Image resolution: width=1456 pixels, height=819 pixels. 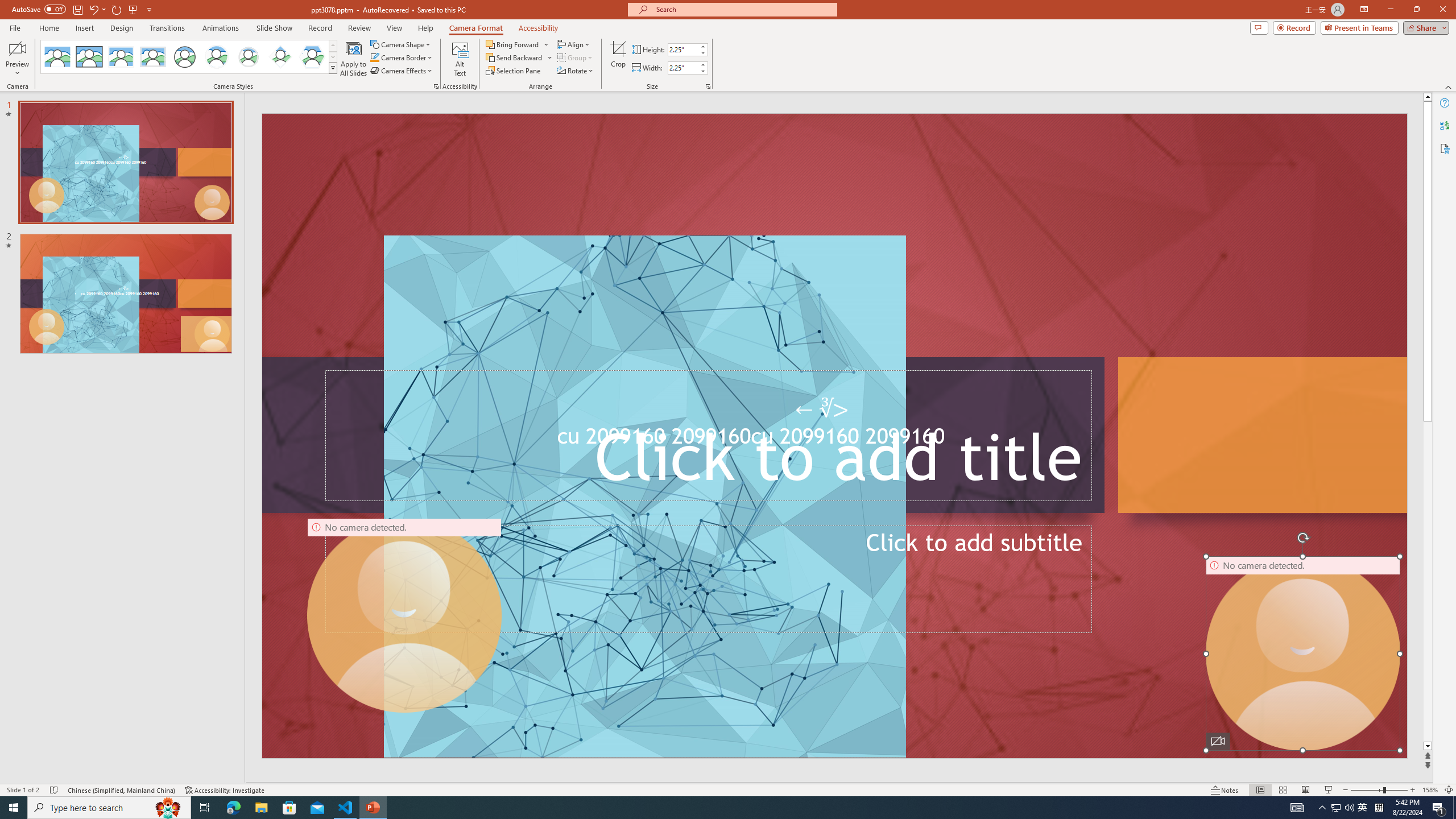 What do you see at coordinates (834, 435) in the screenshot?
I see `'An abstract genetic concept'` at bounding box center [834, 435].